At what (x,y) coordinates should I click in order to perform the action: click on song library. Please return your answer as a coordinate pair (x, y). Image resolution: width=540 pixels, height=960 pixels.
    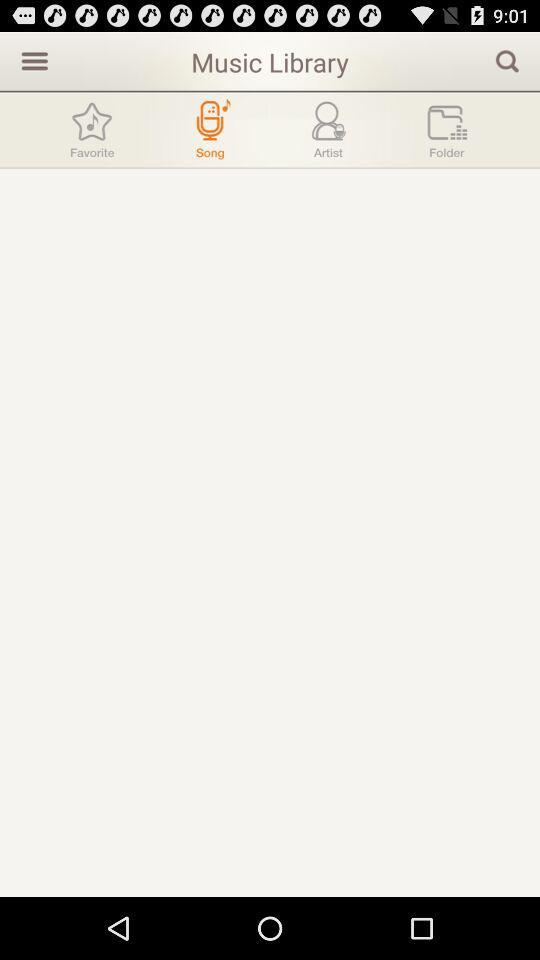
    Looking at the image, I should click on (209, 128).